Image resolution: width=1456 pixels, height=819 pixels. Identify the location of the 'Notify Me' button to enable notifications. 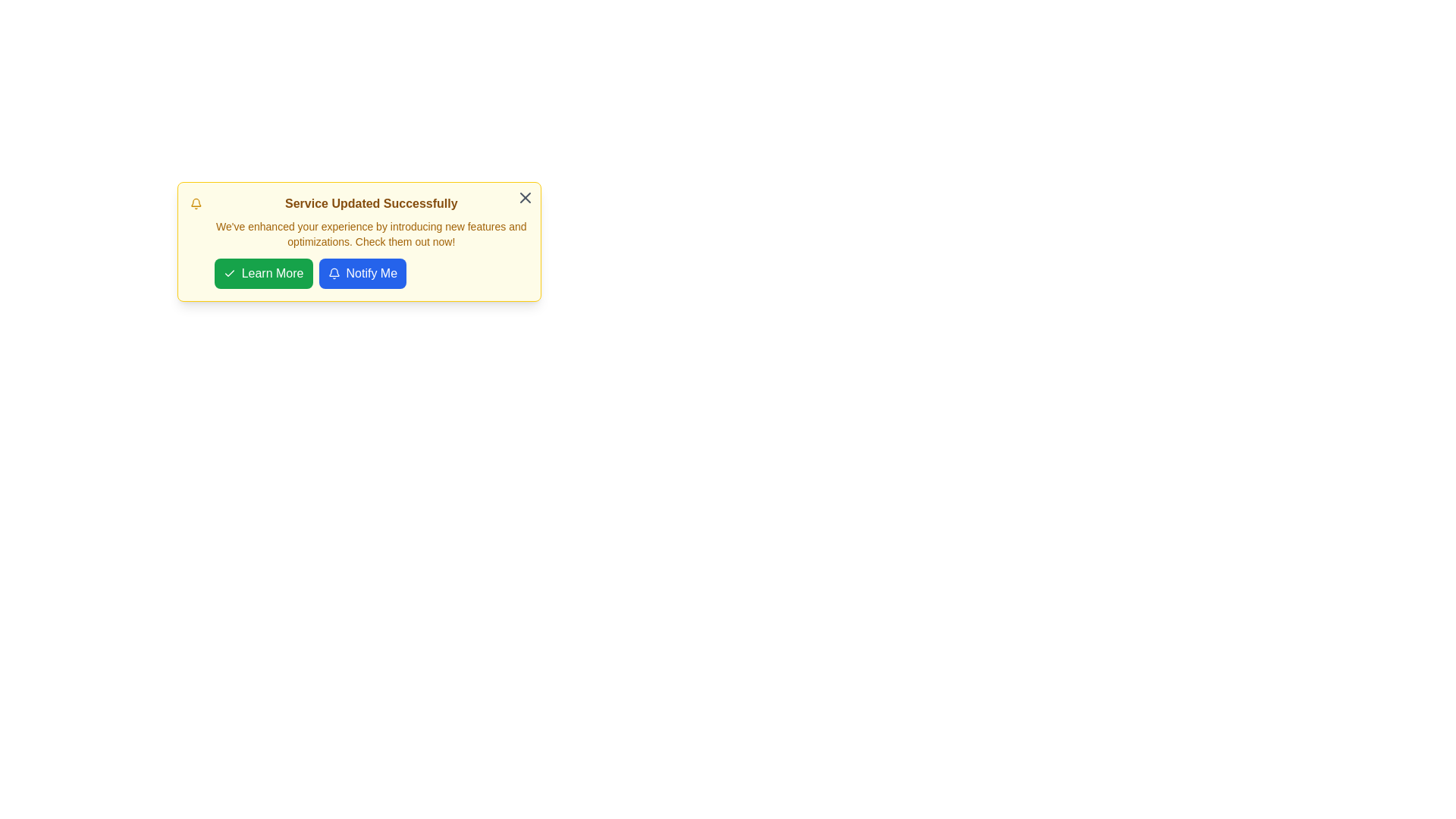
(362, 274).